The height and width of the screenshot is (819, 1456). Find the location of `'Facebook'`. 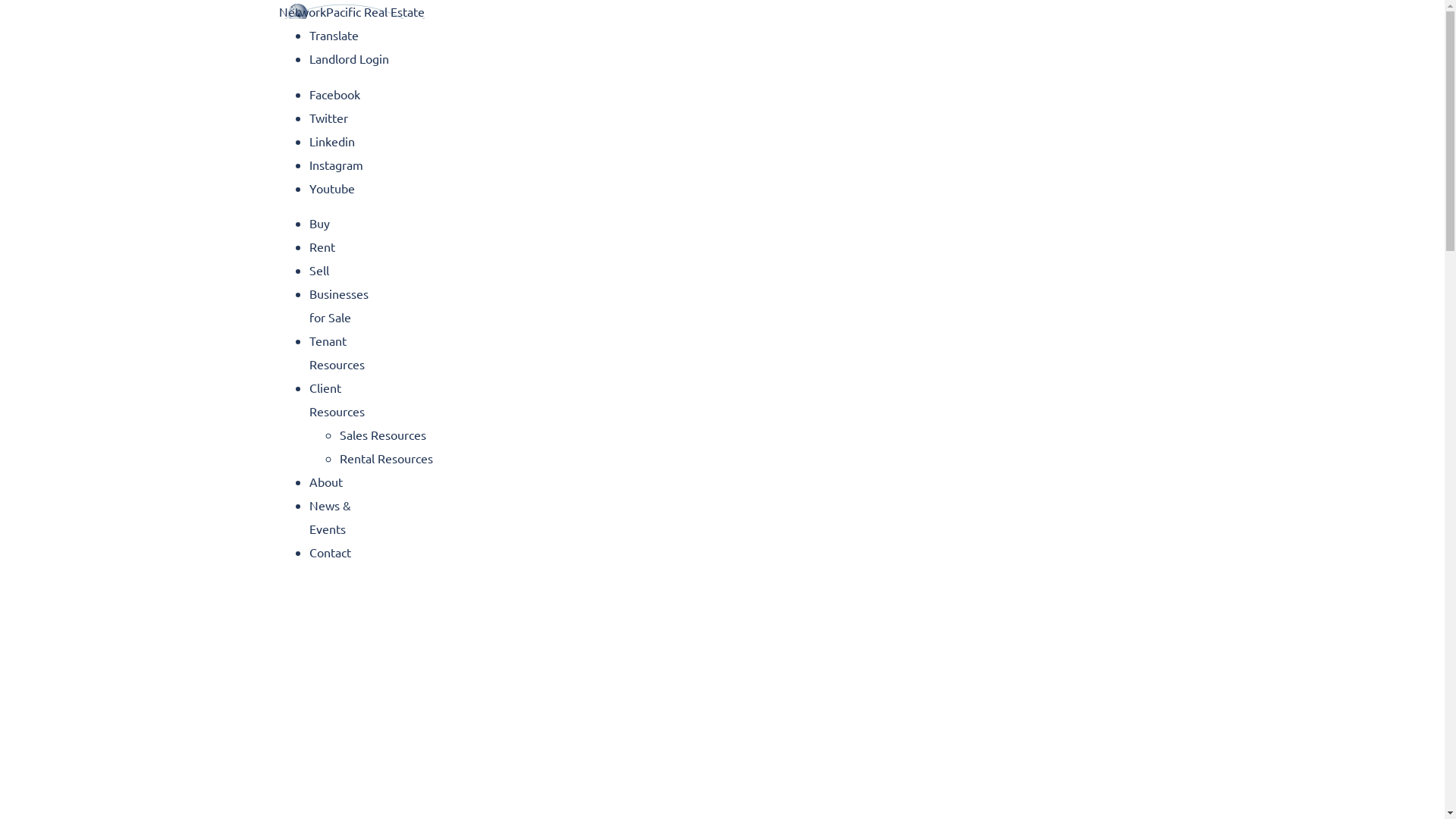

'Facebook' is located at coordinates (334, 93).